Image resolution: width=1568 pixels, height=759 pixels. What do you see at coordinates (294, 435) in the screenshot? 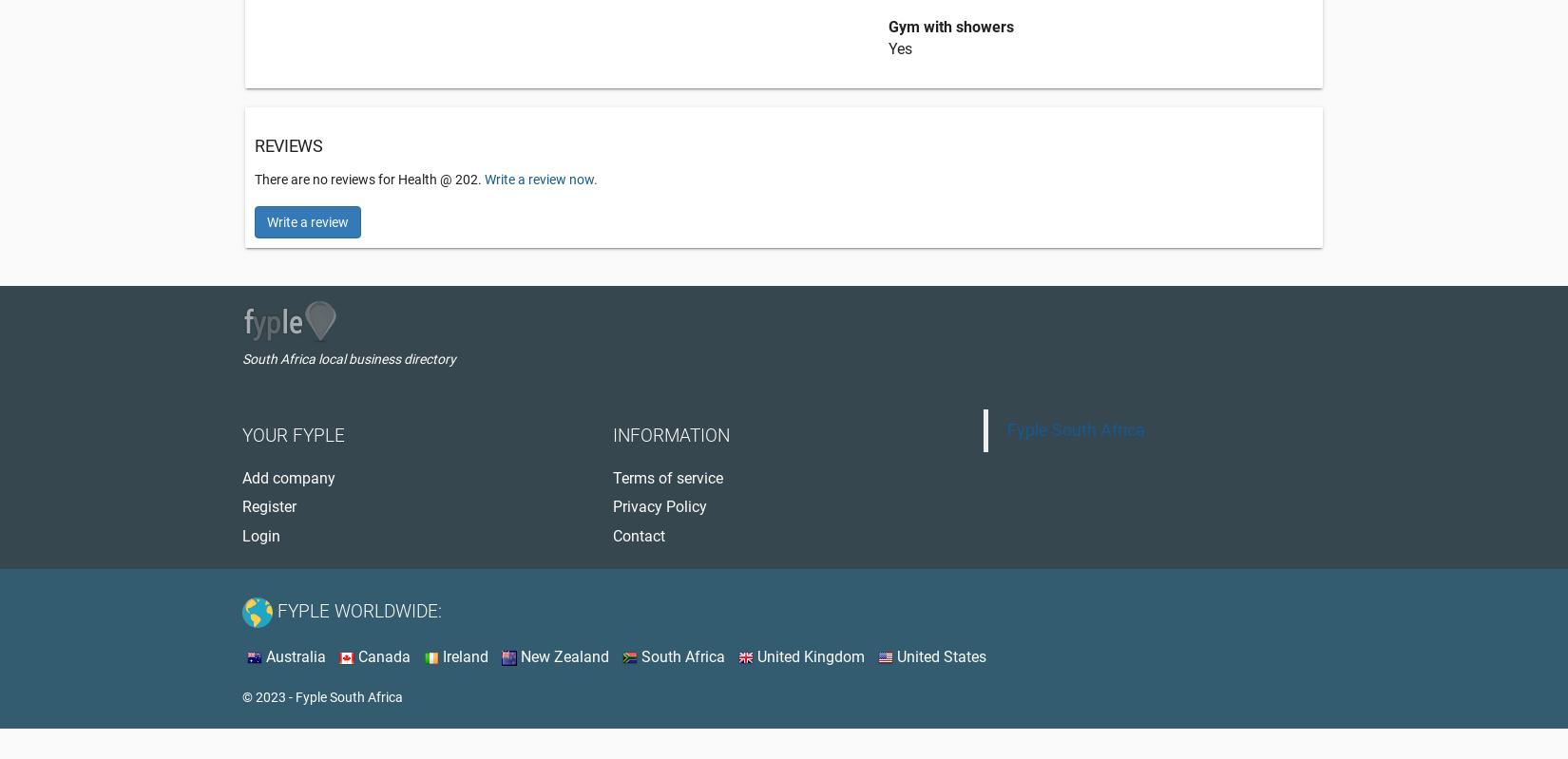
I see `'Your Fyple'` at bounding box center [294, 435].